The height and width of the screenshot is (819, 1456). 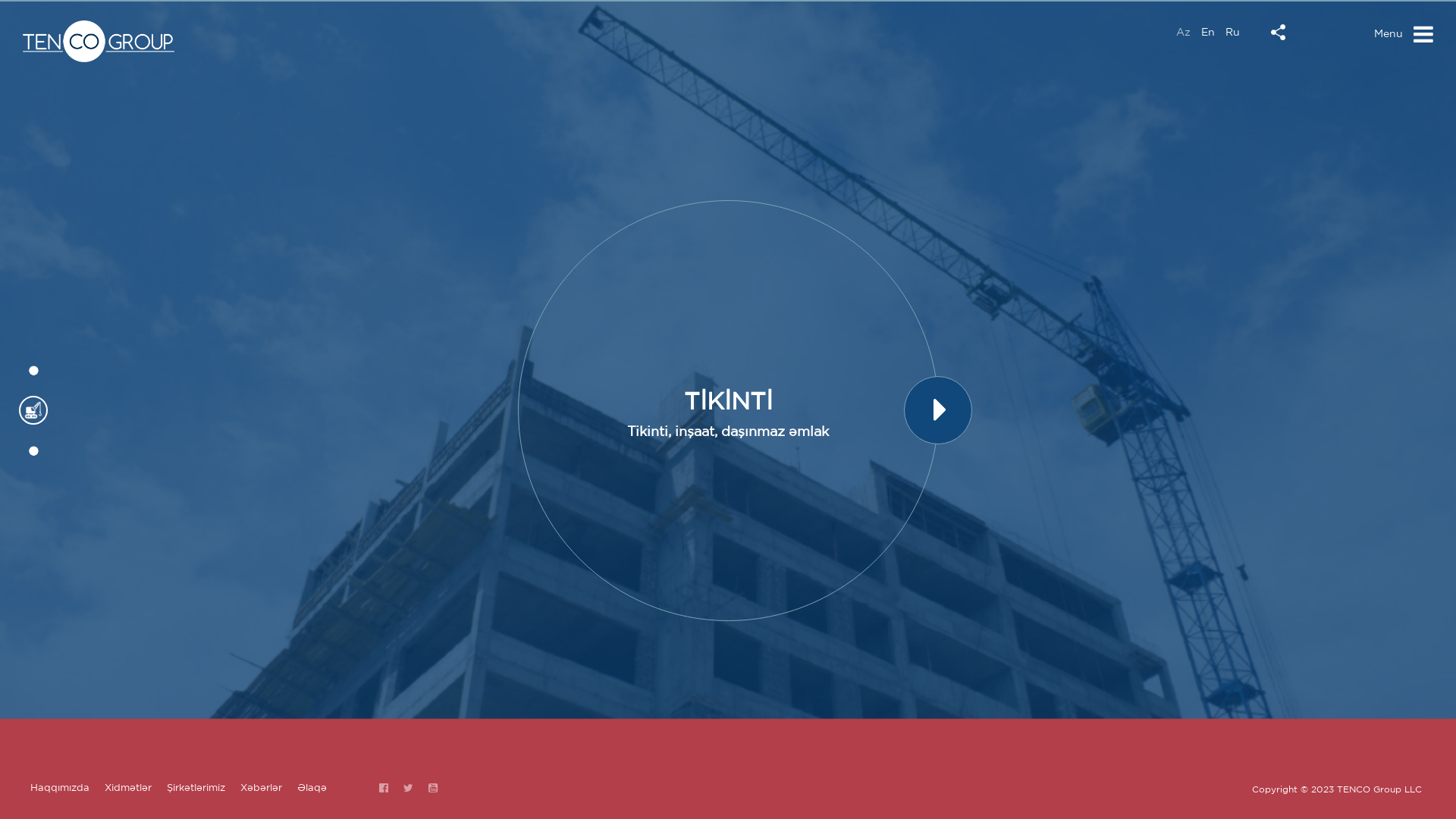 What do you see at coordinates (1225, 32) in the screenshot?
I see `'Ru'` at bounding box center [1225, 32].